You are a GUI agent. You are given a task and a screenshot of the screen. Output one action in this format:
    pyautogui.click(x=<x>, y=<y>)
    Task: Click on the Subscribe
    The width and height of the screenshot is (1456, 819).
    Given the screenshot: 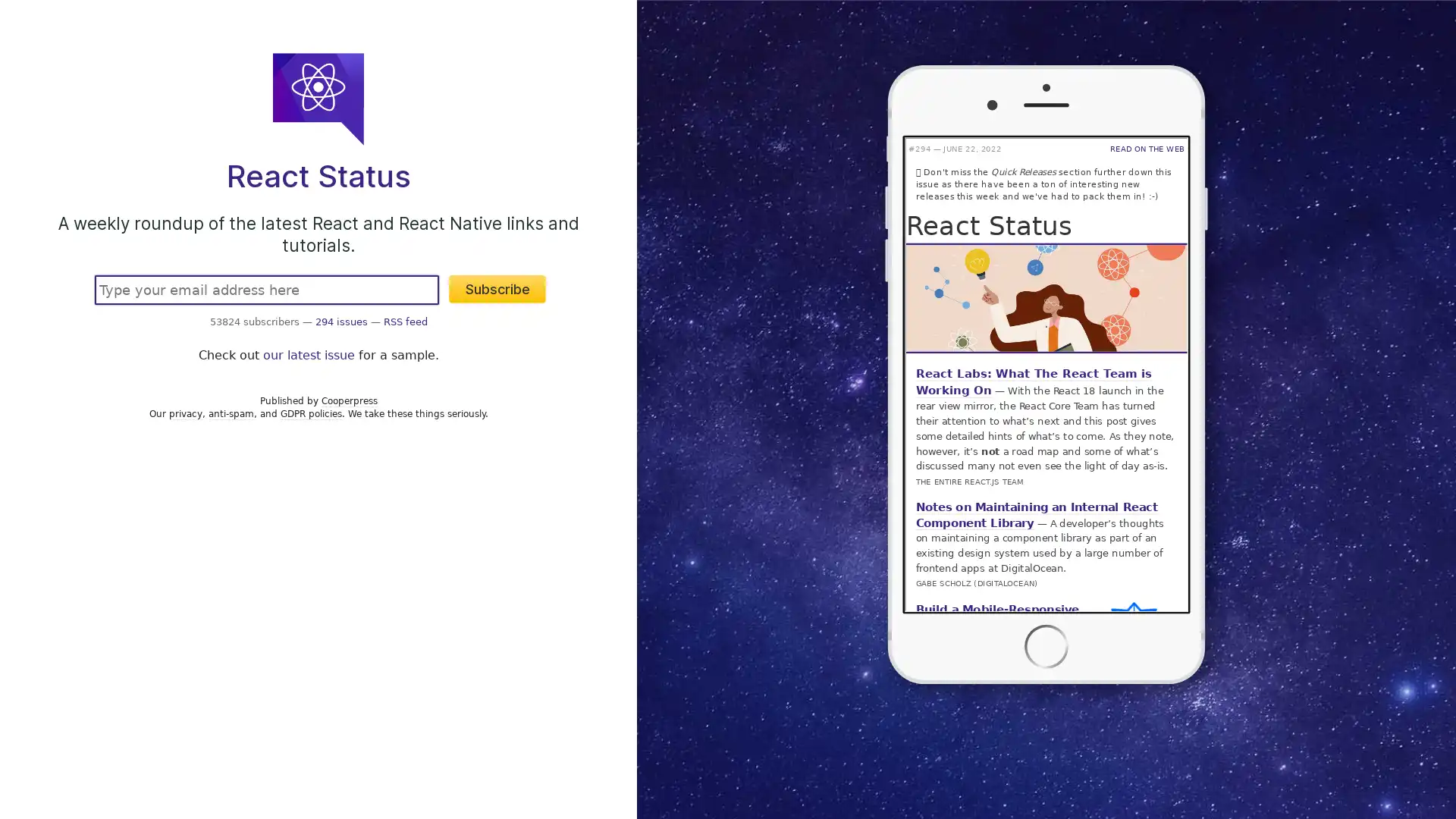 What is the action you would take?
    pyautogui.click(x=497, y=289)
    